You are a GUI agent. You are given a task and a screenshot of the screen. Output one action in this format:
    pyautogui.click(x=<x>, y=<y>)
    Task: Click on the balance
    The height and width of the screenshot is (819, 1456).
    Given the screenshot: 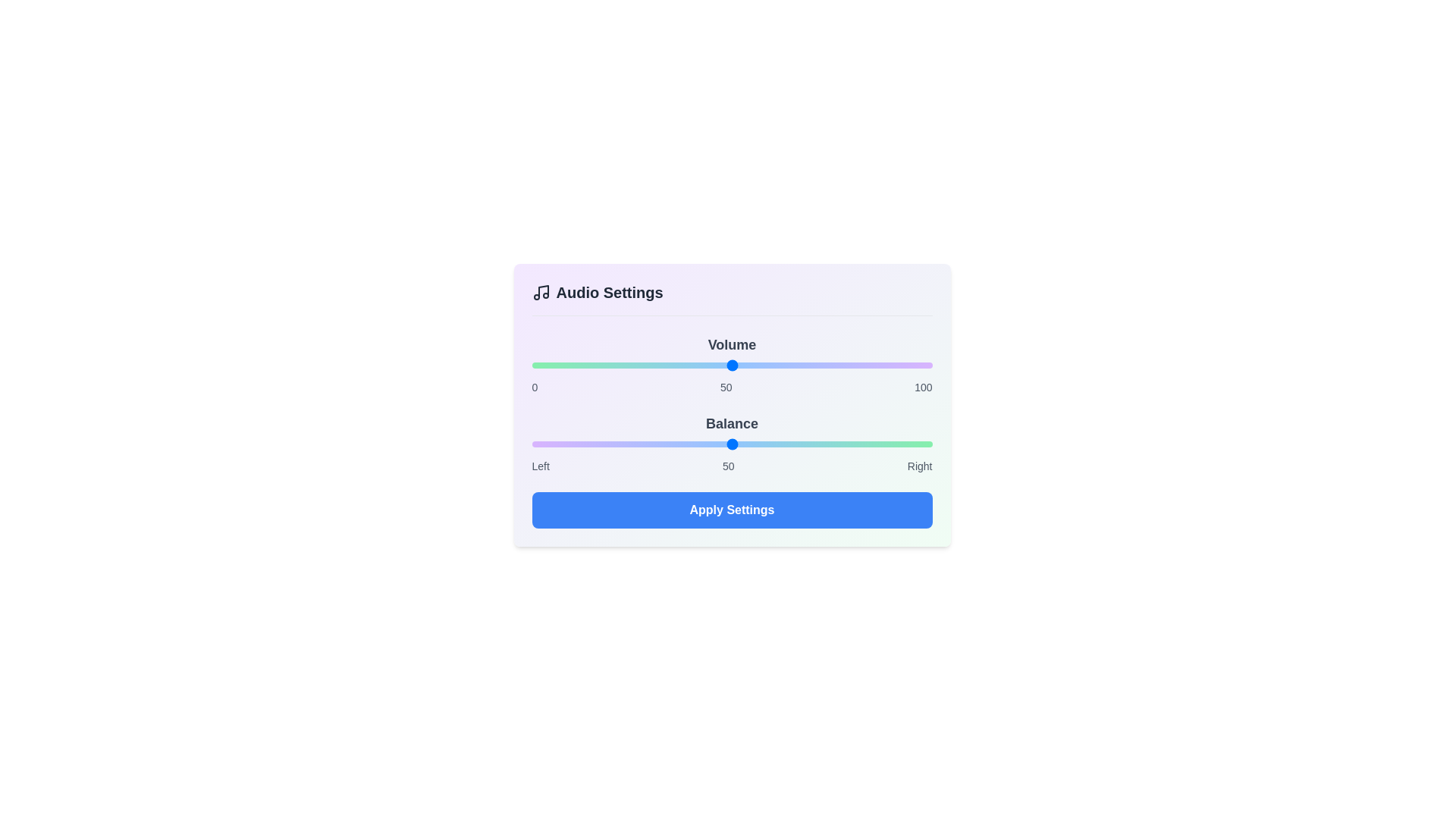 What is the action you would take?
    pyautogui.click(x=607, y=444)
    